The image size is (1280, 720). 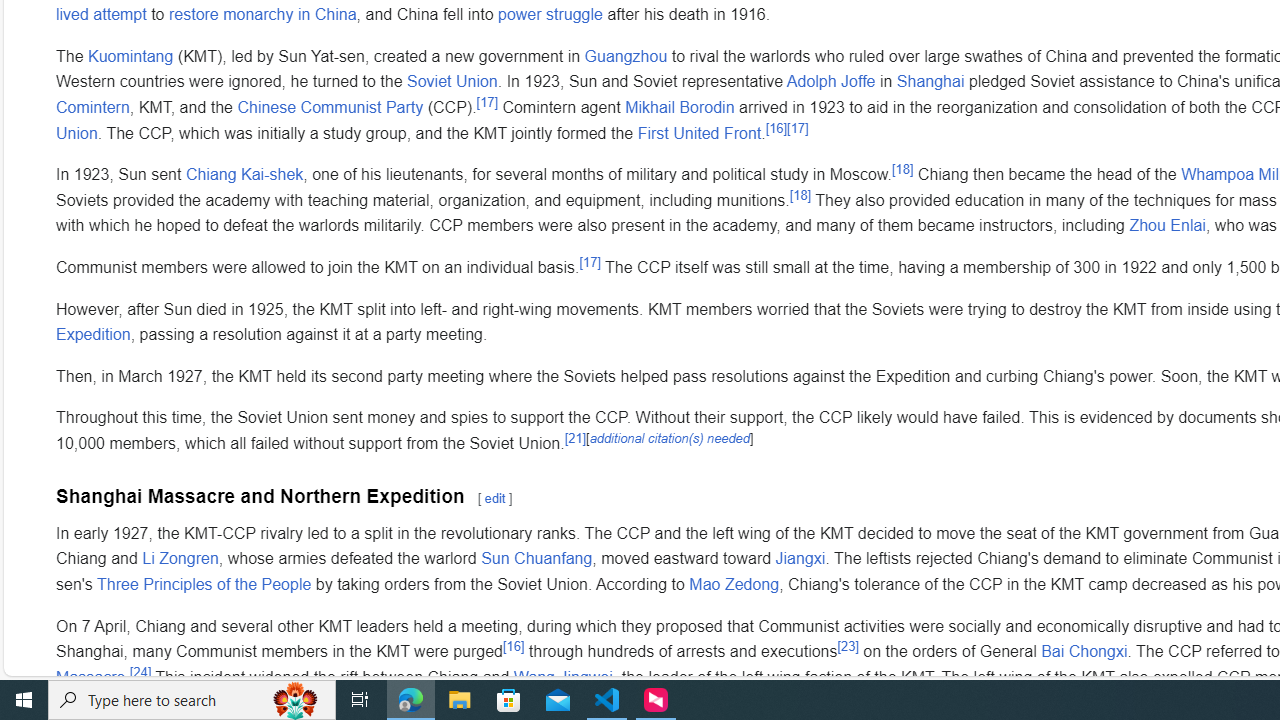 I want to click on 'Chiang Kai-shek', so click(x=244, y=174).